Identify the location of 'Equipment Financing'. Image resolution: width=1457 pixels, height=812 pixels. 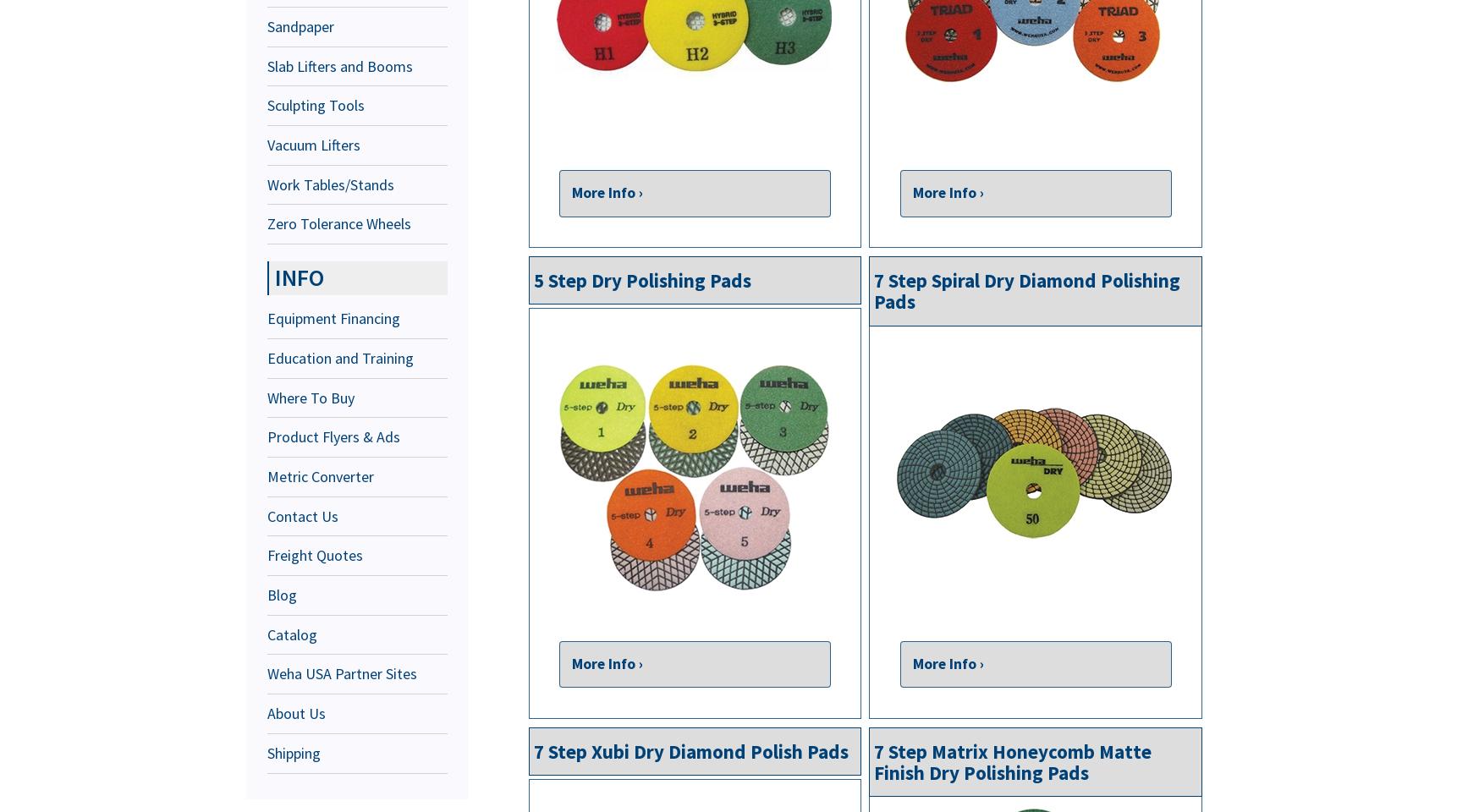
(333, 317).